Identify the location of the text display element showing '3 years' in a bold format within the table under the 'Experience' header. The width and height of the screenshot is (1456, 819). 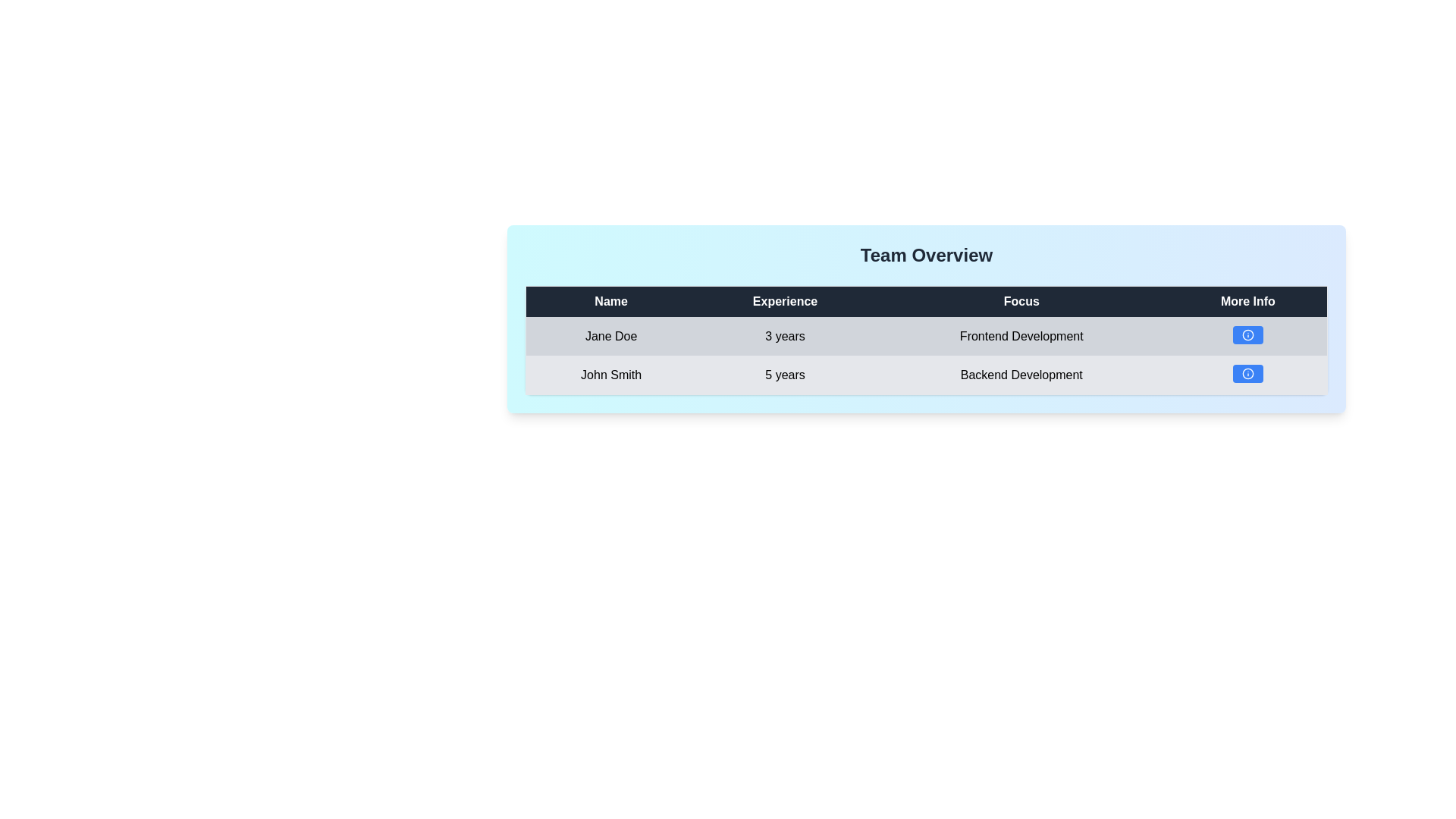
(785, 335).